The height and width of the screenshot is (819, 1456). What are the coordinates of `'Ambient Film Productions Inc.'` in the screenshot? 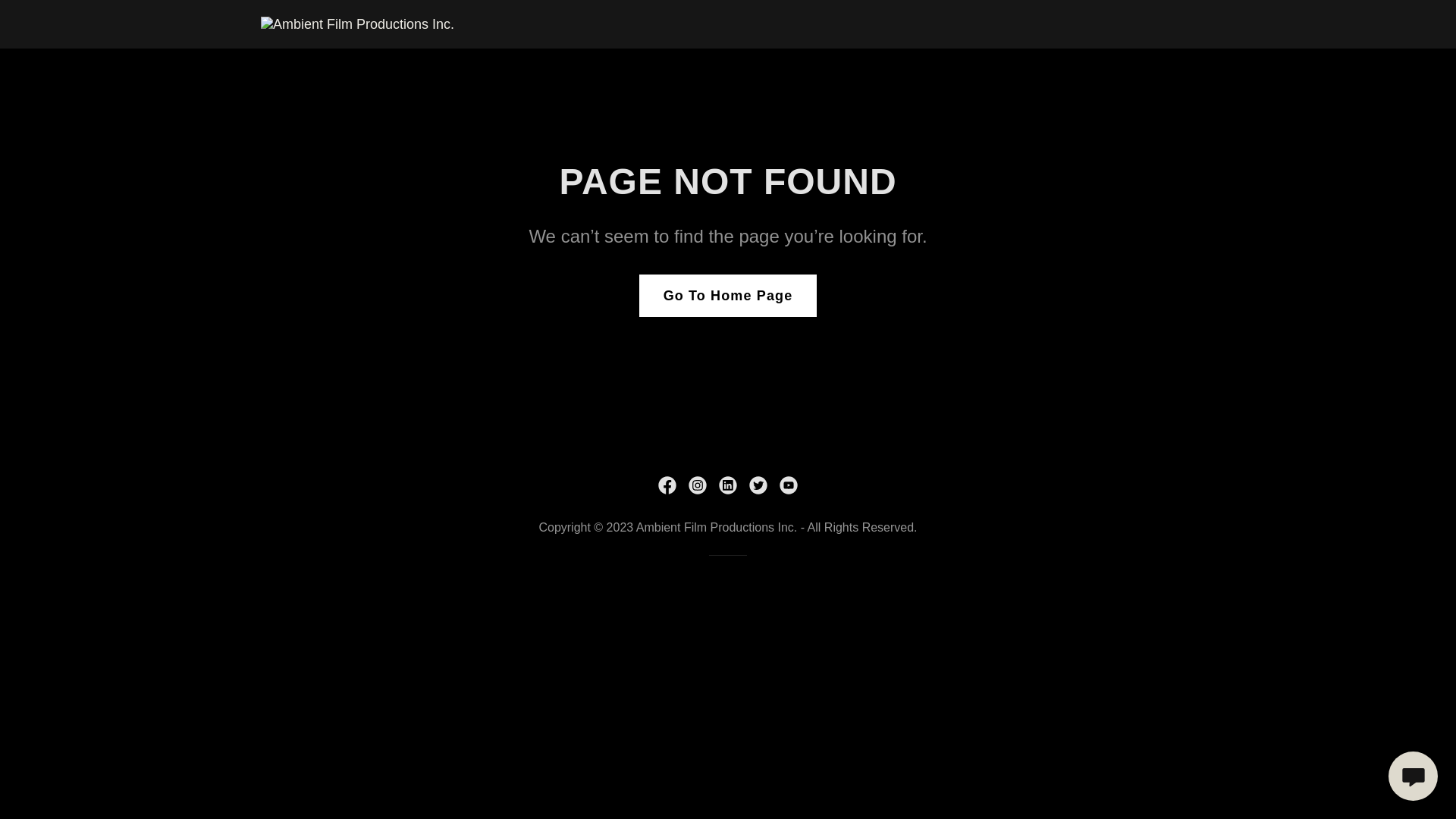 It's located at (261, 23).